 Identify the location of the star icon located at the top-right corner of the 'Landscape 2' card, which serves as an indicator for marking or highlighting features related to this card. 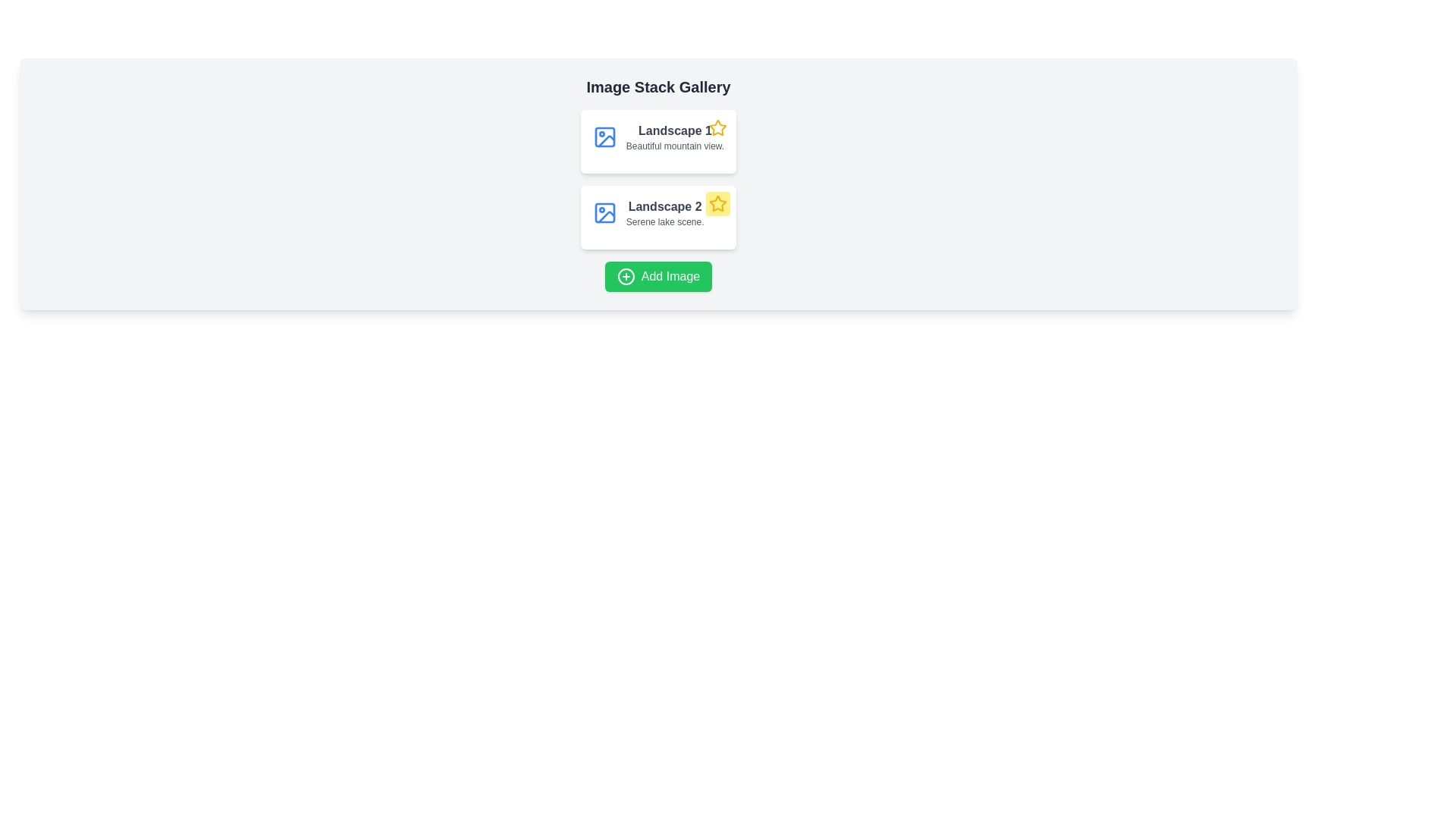
(717, 203).